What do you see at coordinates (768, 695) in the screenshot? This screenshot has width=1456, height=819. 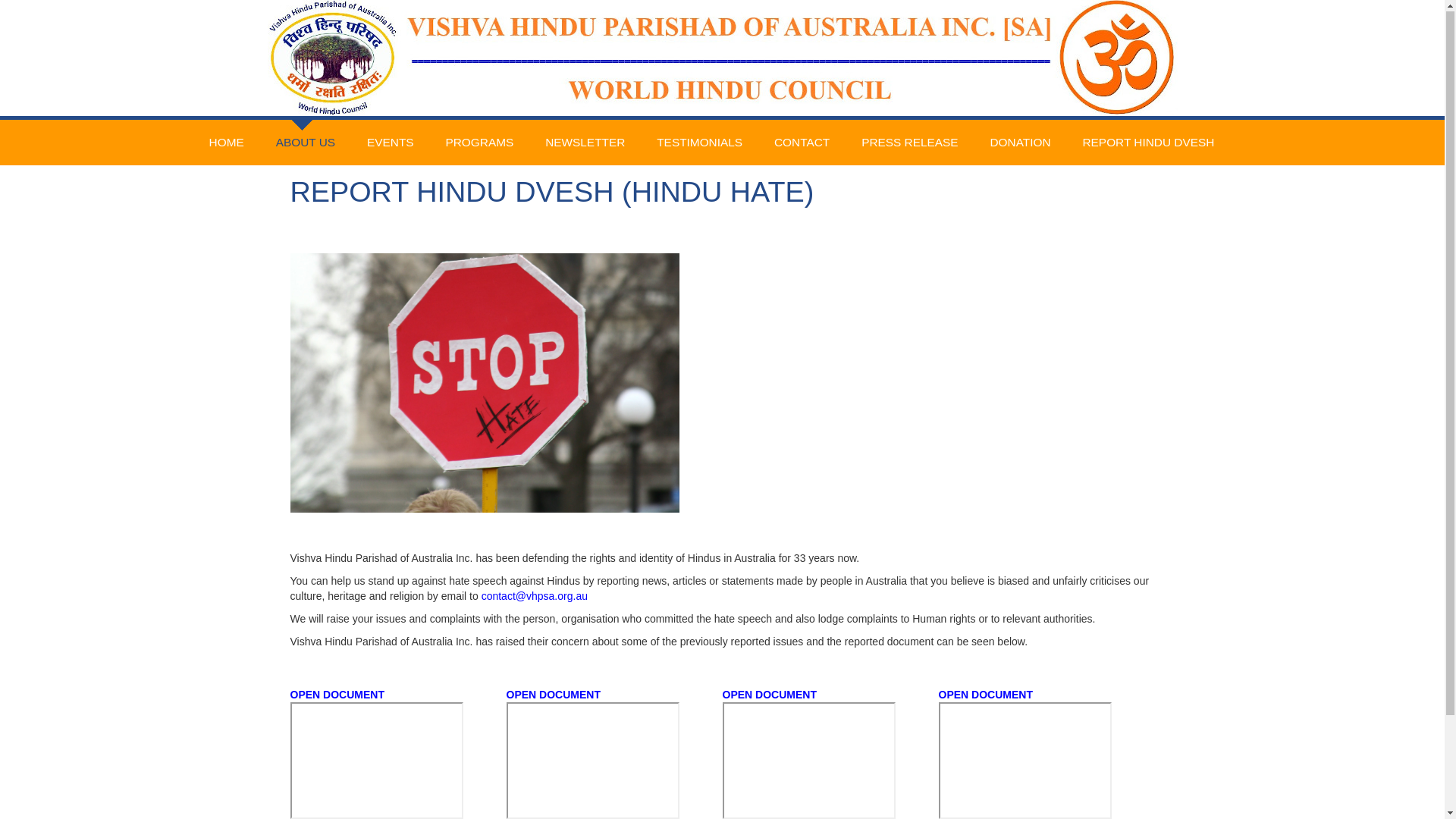 I see `'OPEN DOCUMENT'` at bounding box center [768, 695].